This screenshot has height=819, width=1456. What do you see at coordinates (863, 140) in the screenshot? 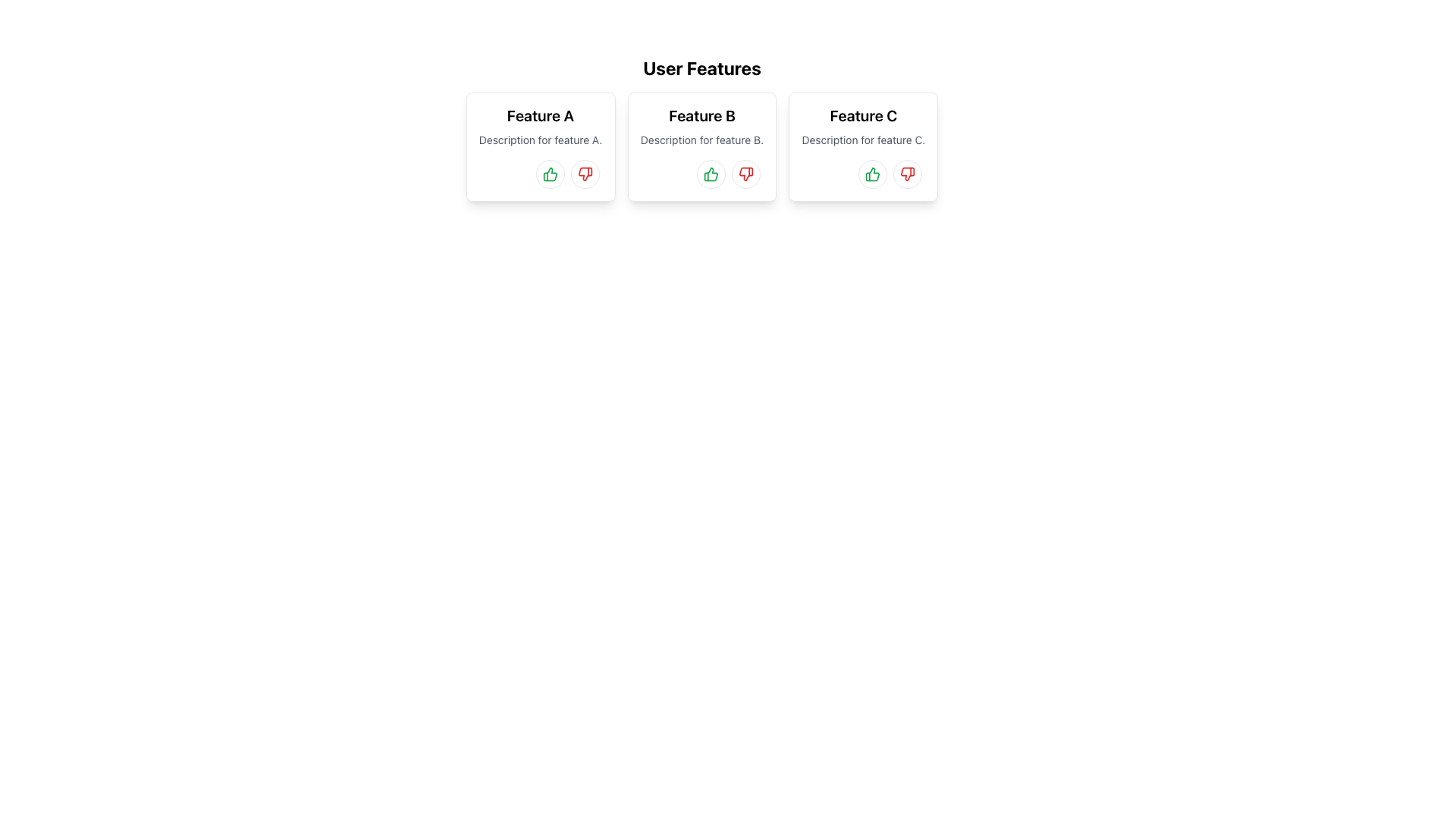
I see `descriptive information text about 'Feature C', which is located in the middle section of the 'Feature C' card, just below the title and above the interactive icon buttons` at bounding box center [863, 140].